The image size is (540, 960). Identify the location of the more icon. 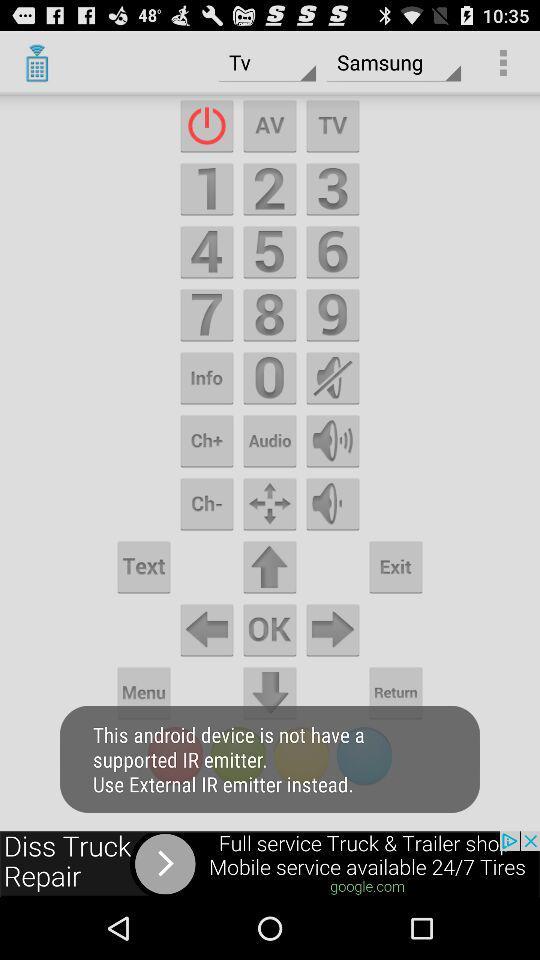
(205, 471).